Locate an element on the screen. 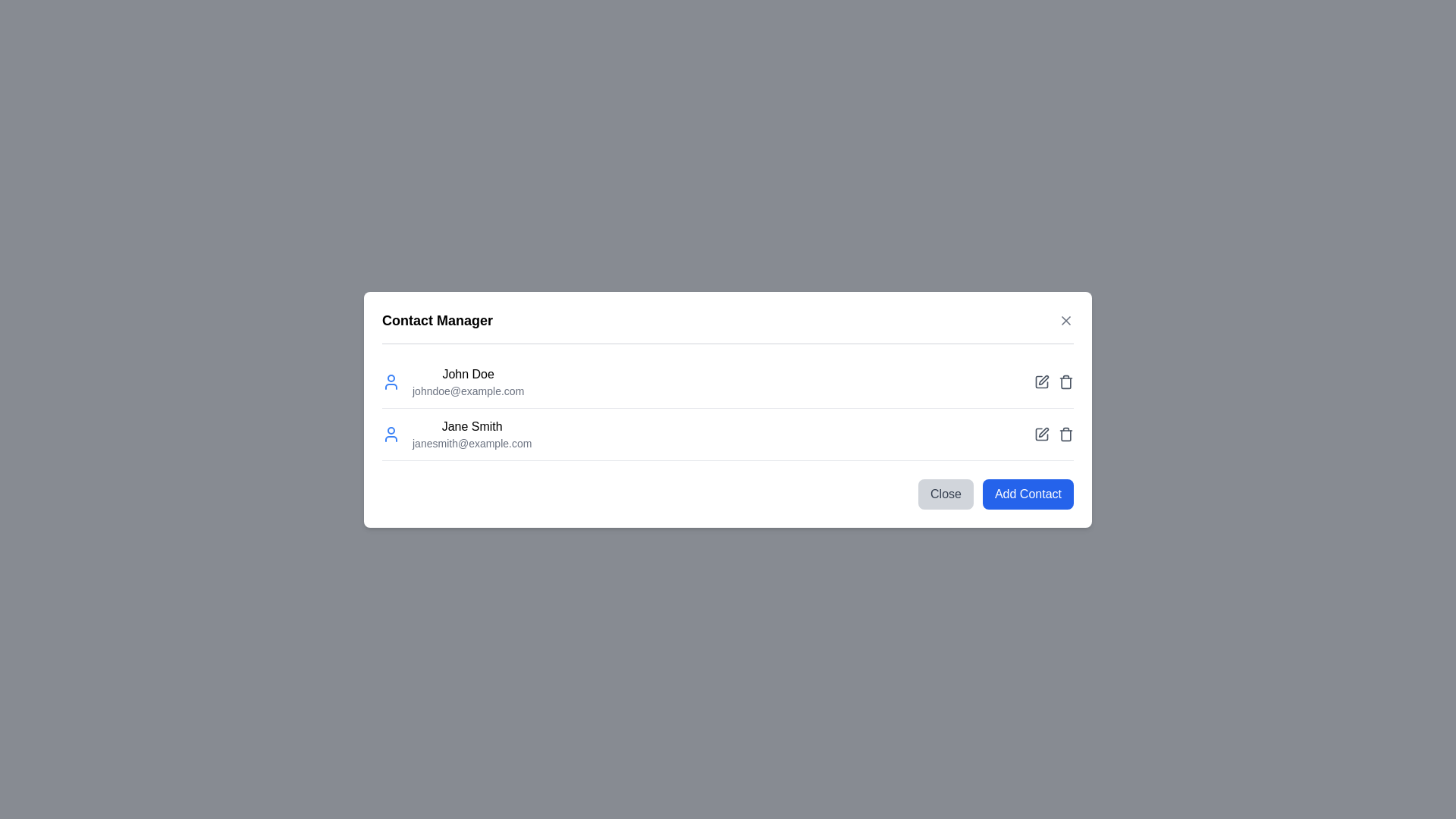 The width and height of the screenshot is (1456, 819). the static text displaying the email address 'johndoe@example.com', which is located immediately below 'John Doe' in the contact list is located at coordinates (467, 390).